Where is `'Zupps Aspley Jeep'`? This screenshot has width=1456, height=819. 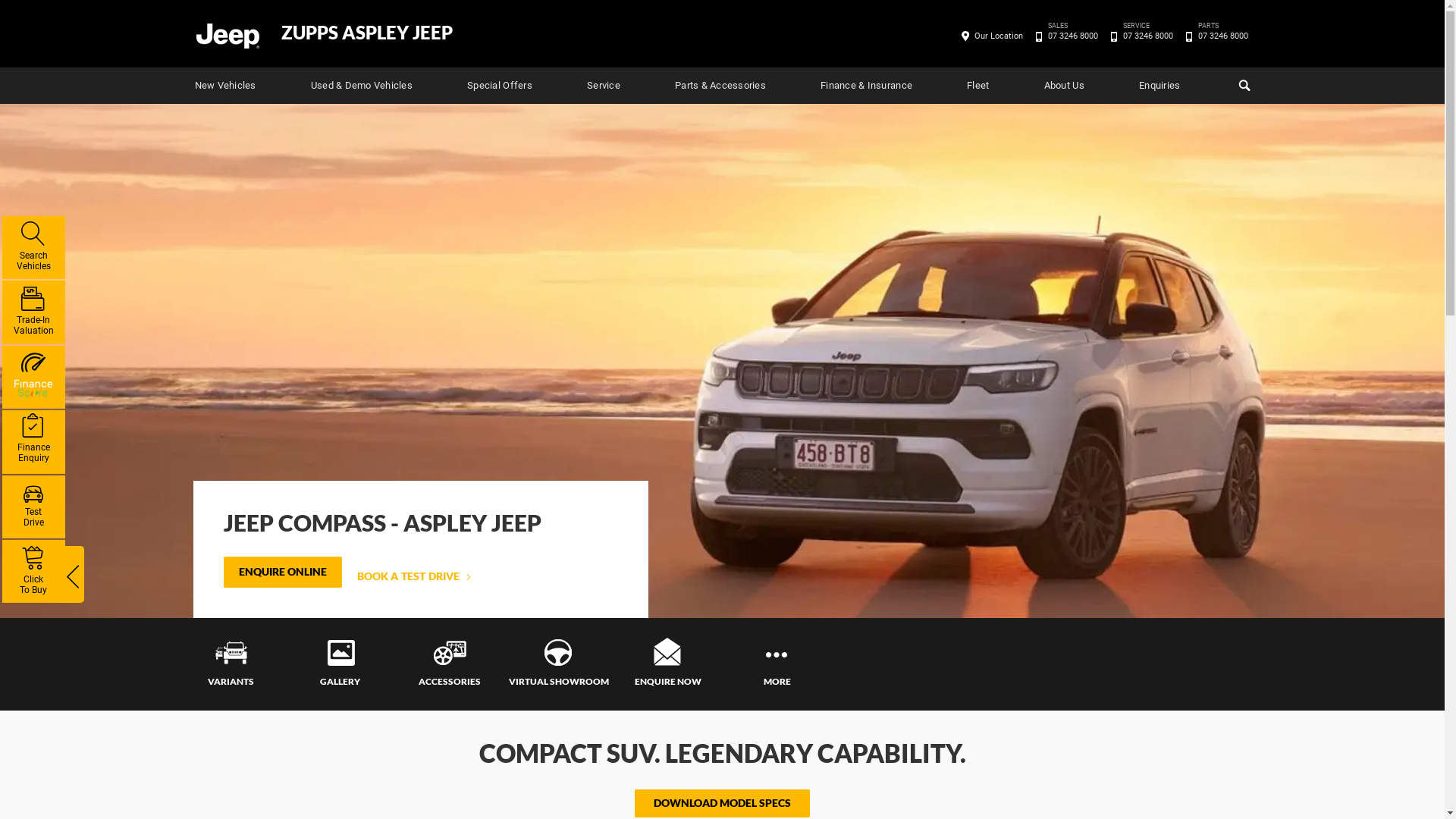
'Zupps Aspley Jeep' is located at coordinates (225, 34).